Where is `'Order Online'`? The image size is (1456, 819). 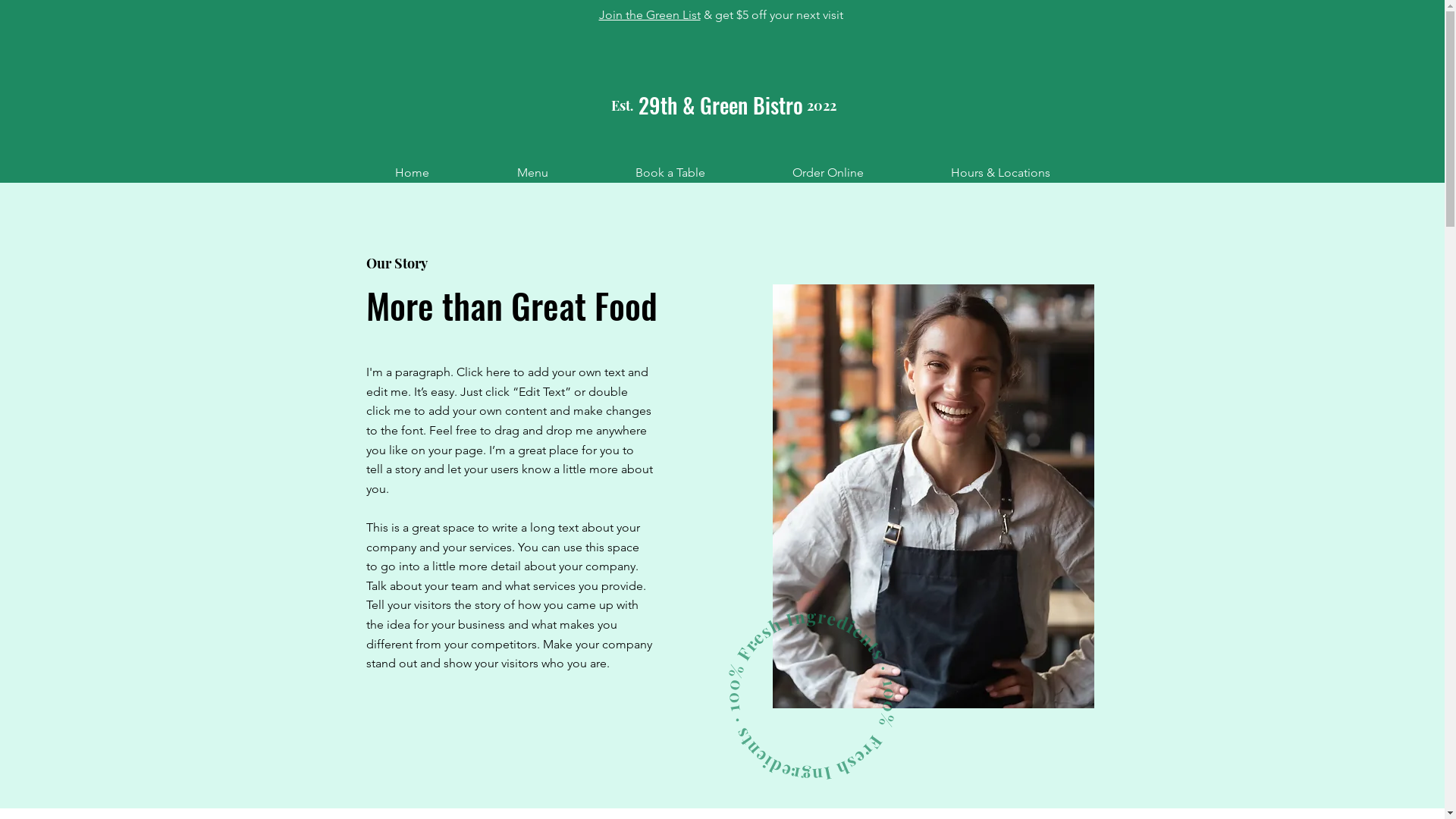 'Order Online' is located at coordinates (827, 171).